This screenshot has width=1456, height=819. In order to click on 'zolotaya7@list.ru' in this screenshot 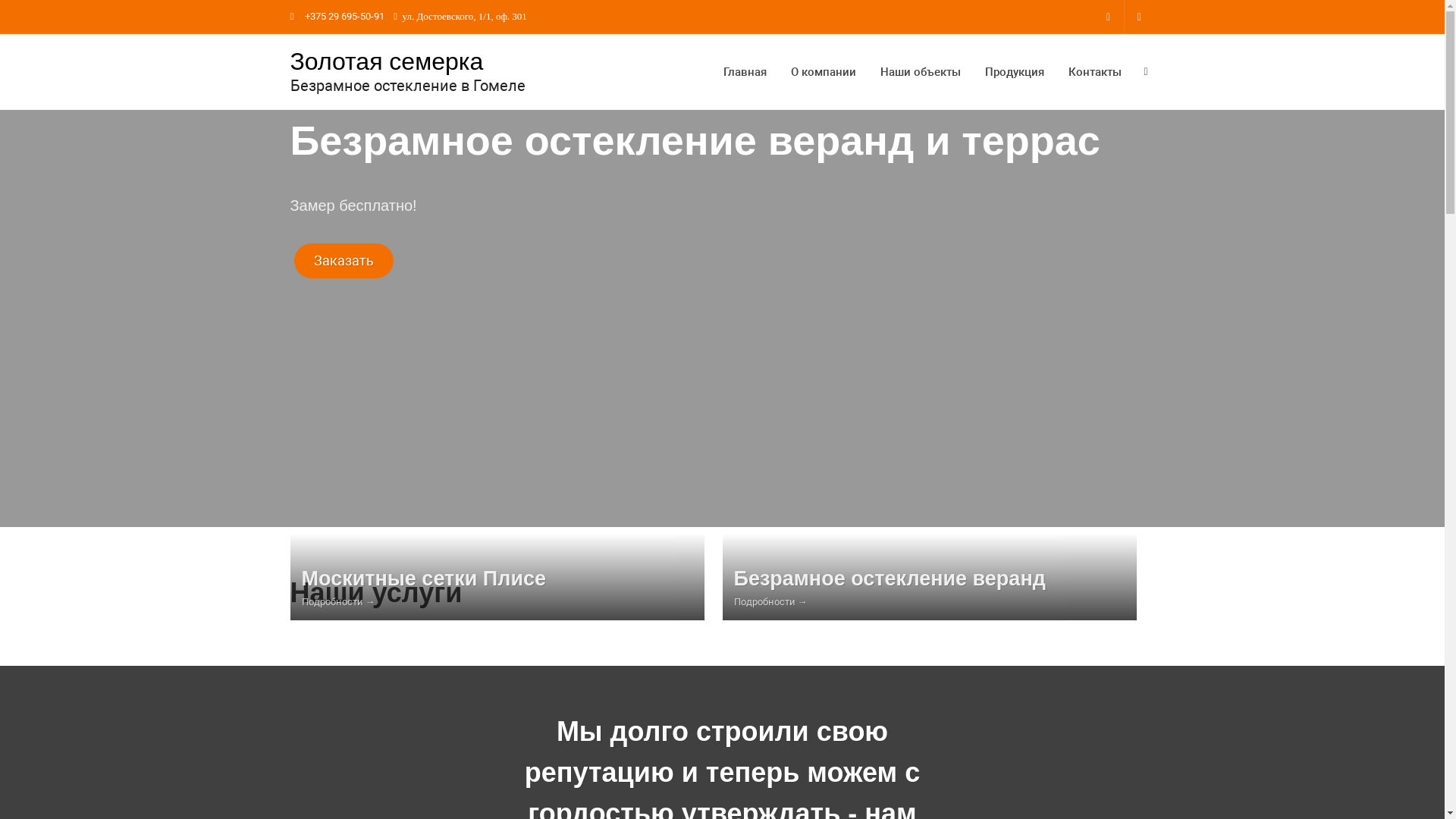, I will do `click(1139, 17)`.